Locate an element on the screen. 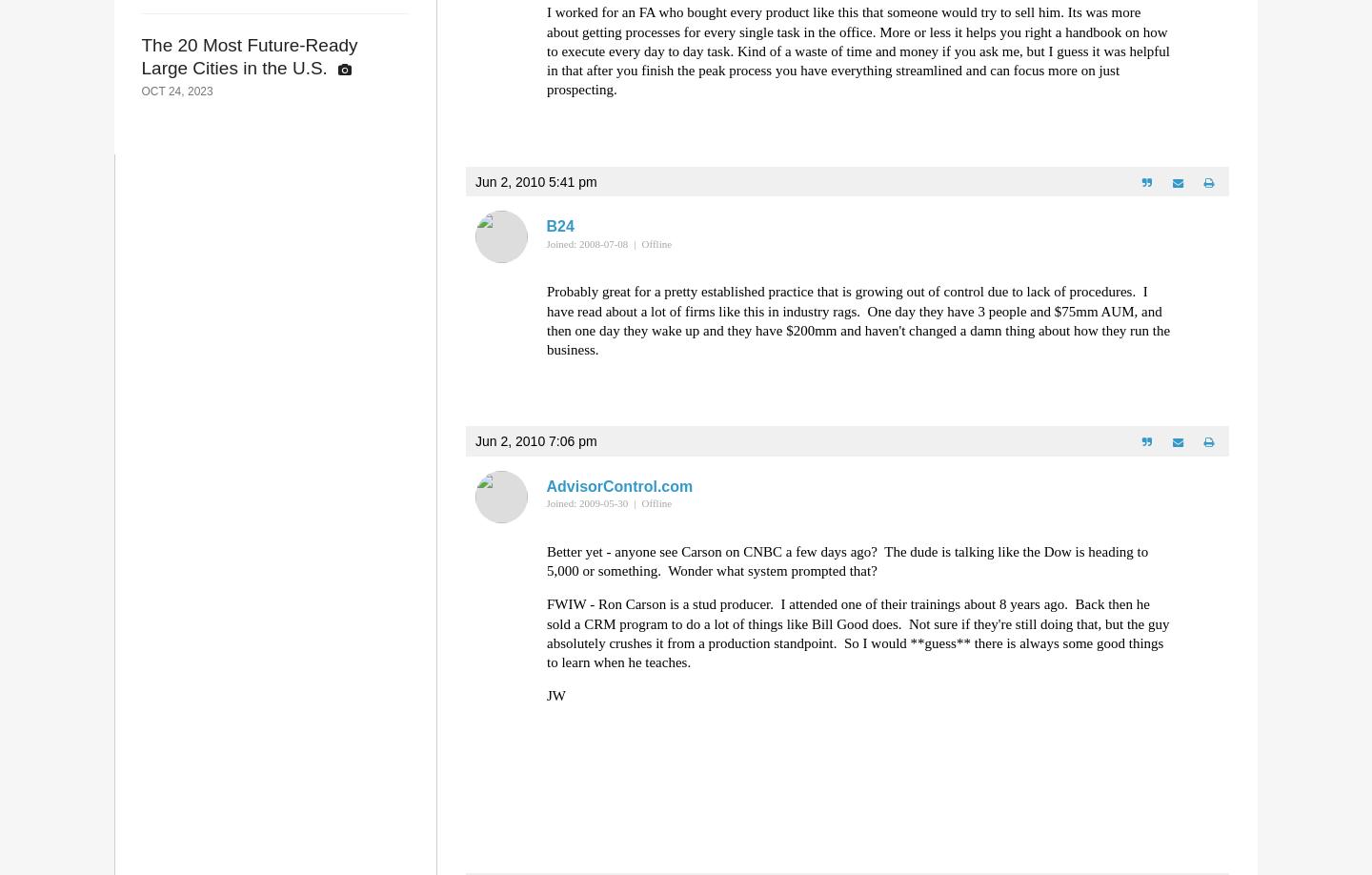 The height and width of the screenshot is (875, 1372). 'JW' is located at coordinates (556, 694).